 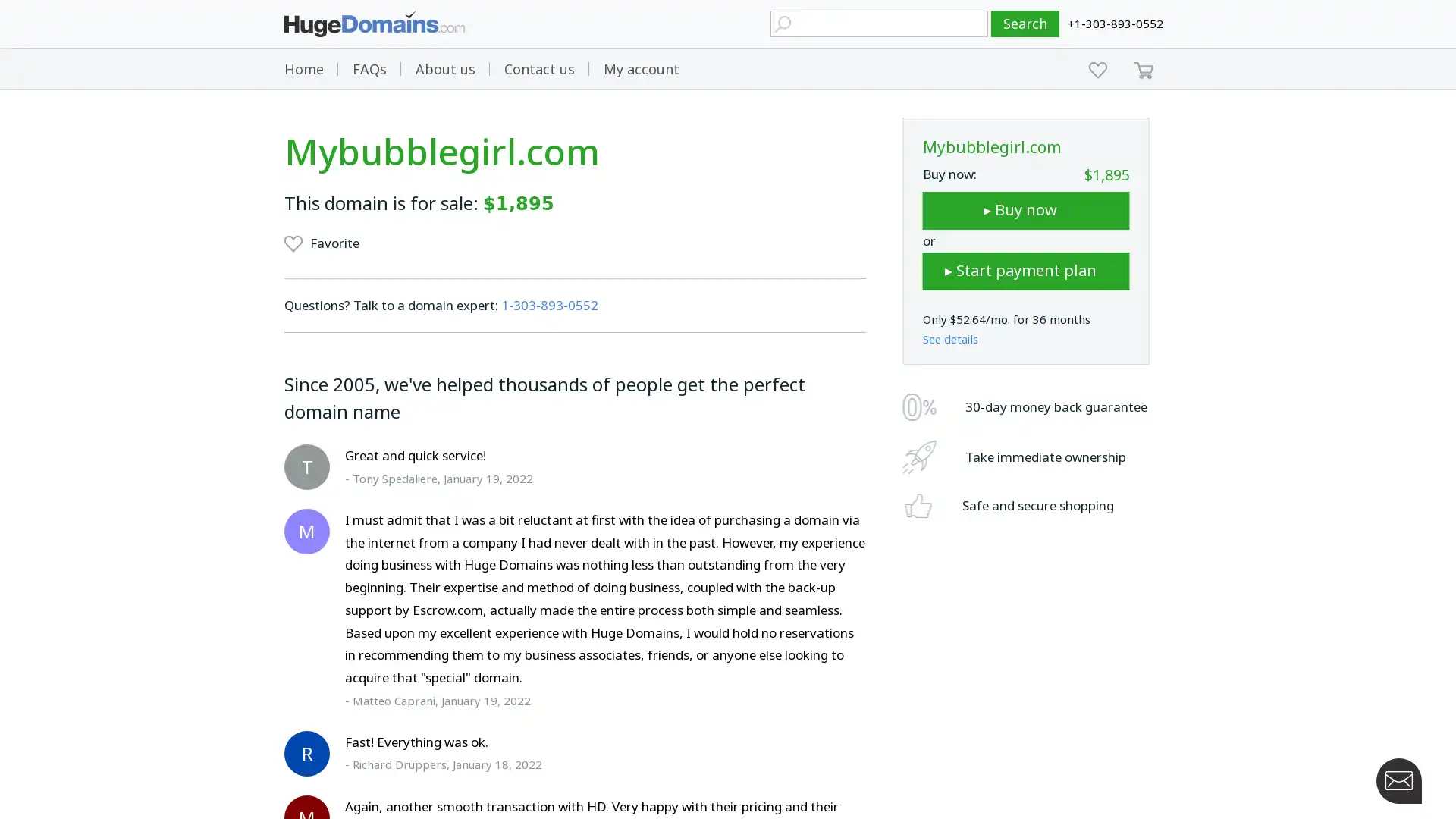 I want to click on Search, so click(x=1025, y=24).